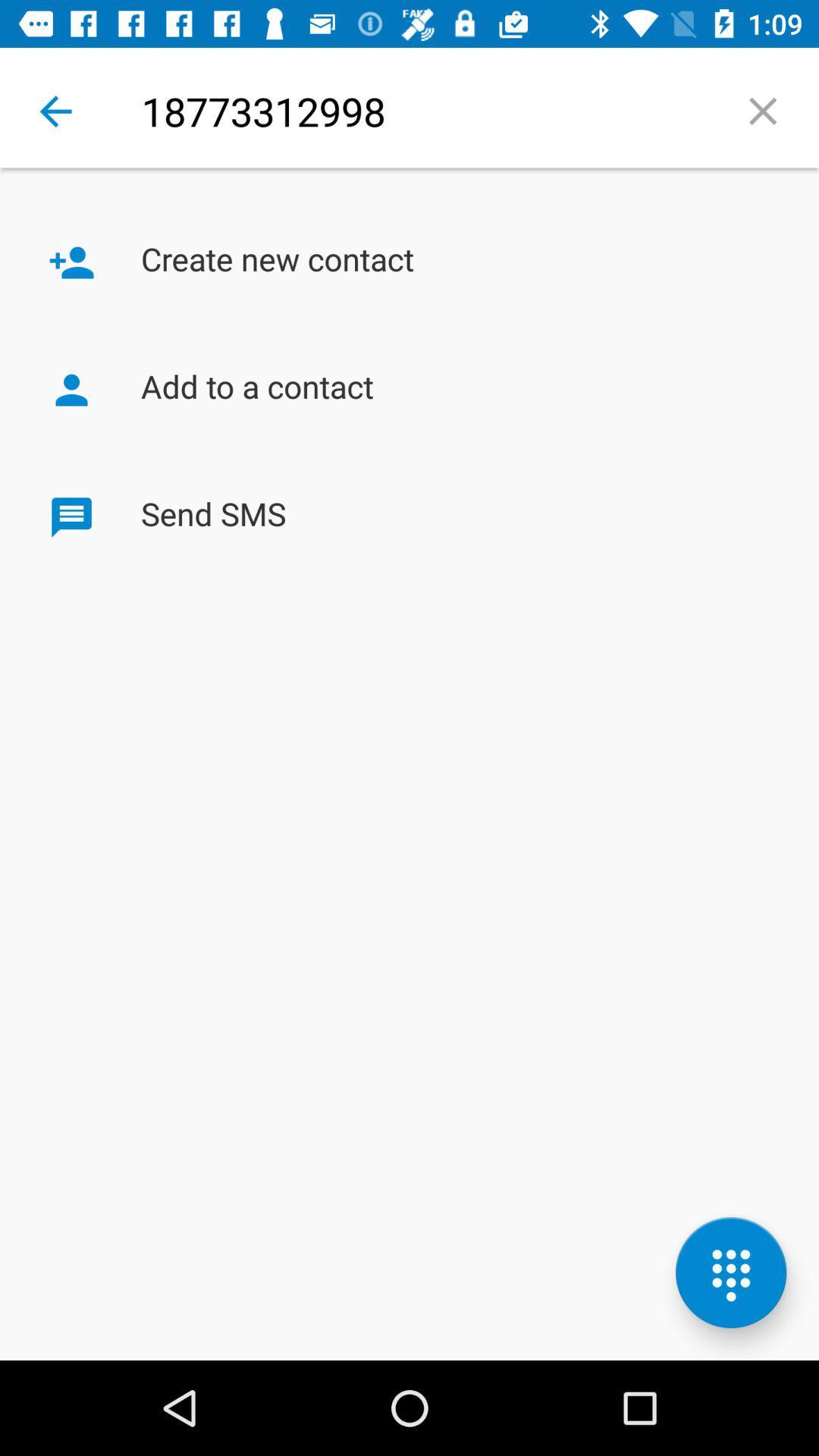 Image resolution: width=819 pixels, height=1456 pixels. I want to click on the dialpad icon, so click(730, 1272).